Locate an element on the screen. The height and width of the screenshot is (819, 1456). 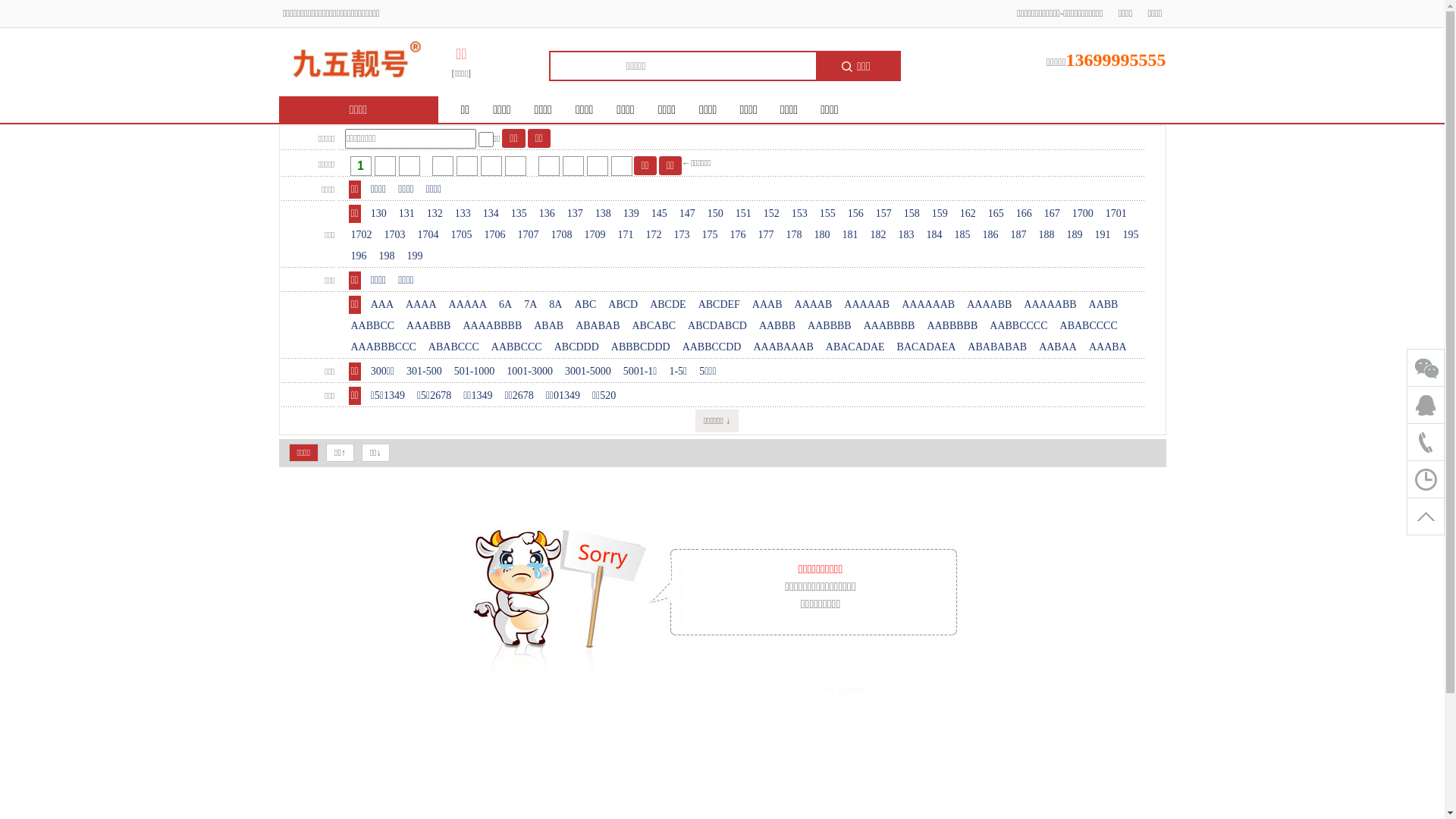
'8A' is located at coordinates (554, 304).